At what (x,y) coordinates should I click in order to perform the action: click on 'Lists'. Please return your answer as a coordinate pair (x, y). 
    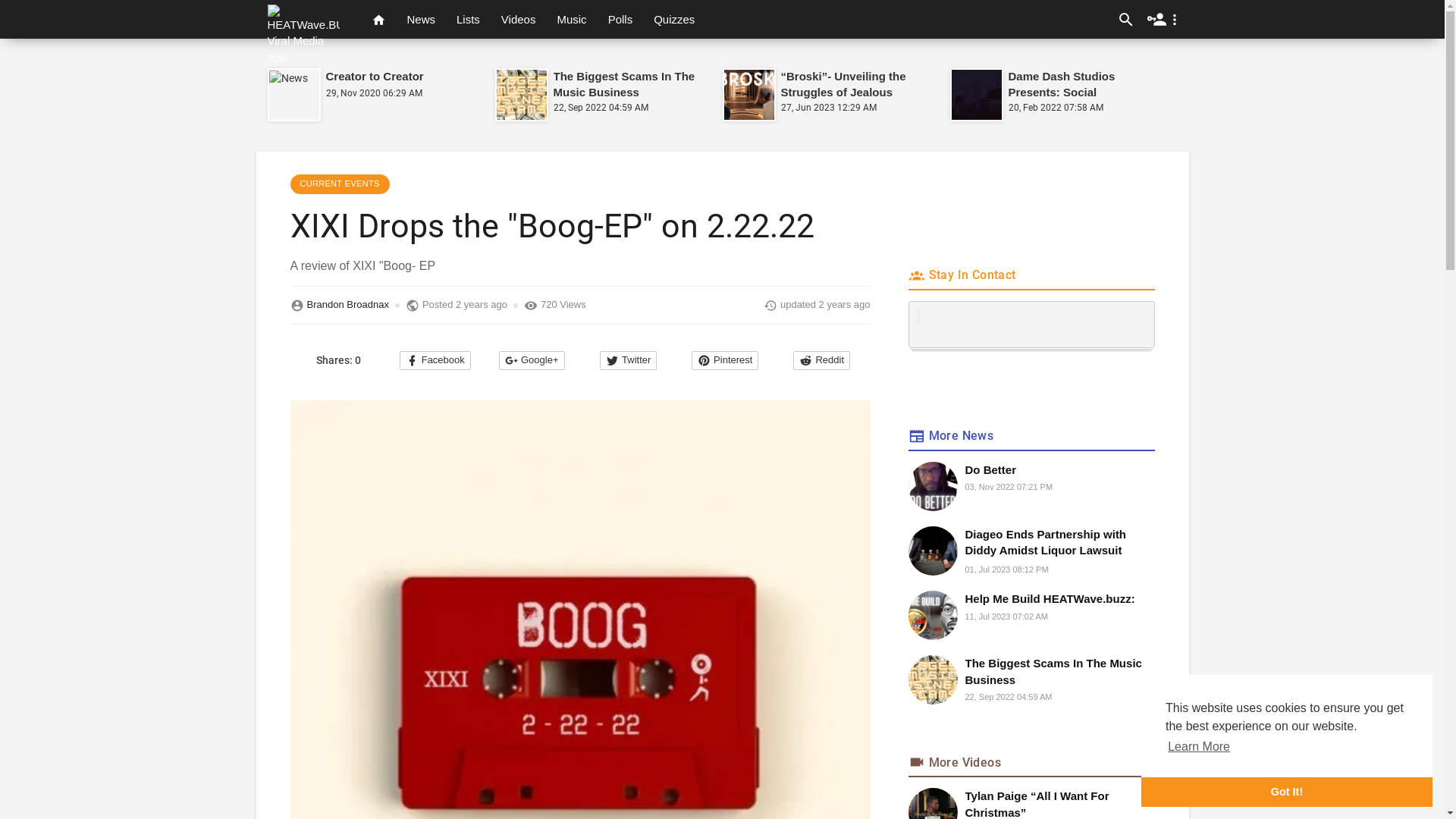
    Looking at the image, I should click on (467, 19).